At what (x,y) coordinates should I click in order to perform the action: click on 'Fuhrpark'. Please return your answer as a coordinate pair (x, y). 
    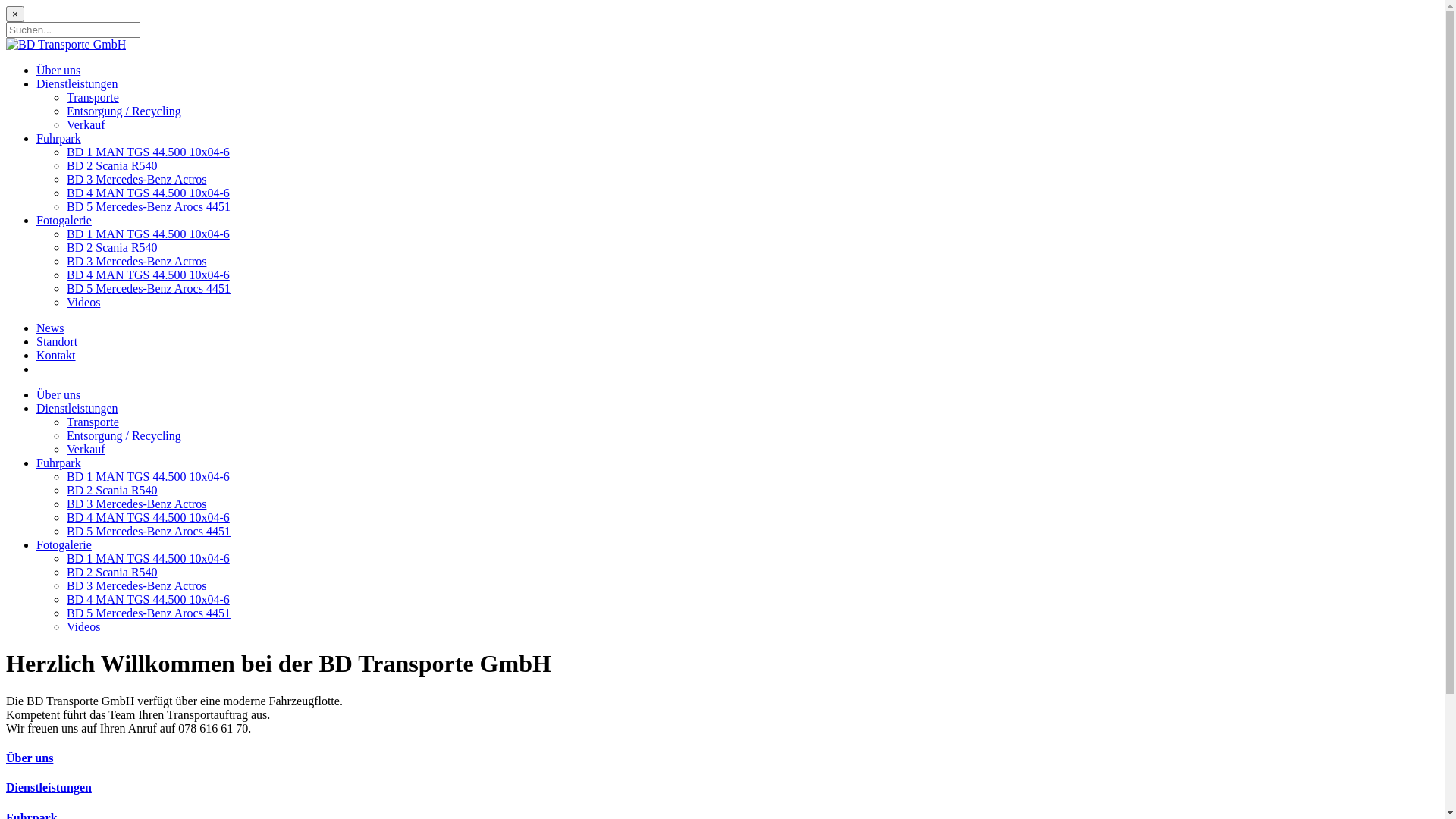
    Looking at the image, I should click on (58, 462).